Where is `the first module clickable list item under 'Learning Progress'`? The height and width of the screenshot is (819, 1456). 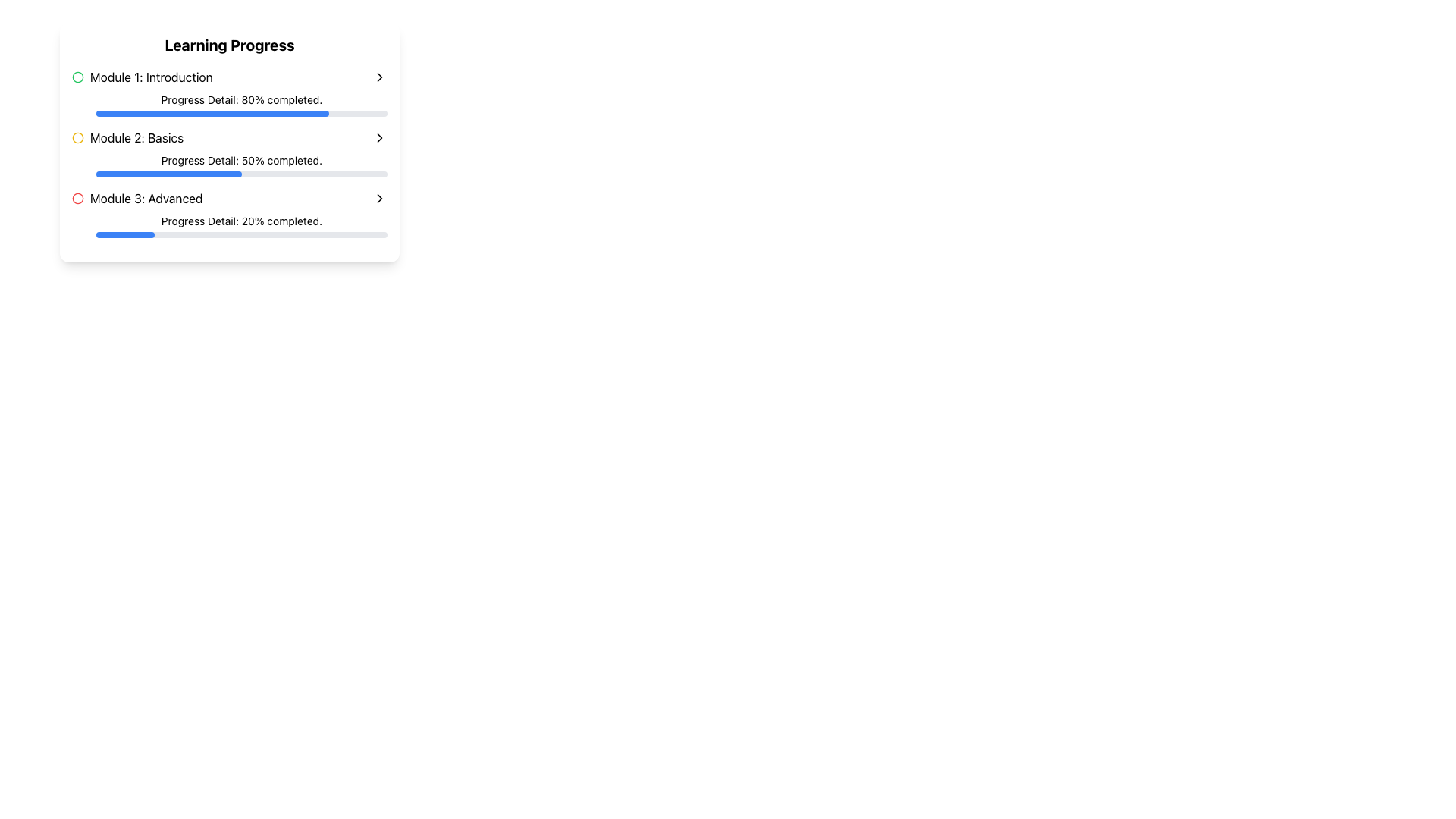 the first module clickable list item under 'Learning Progress' is located at coordinates (228, 77).